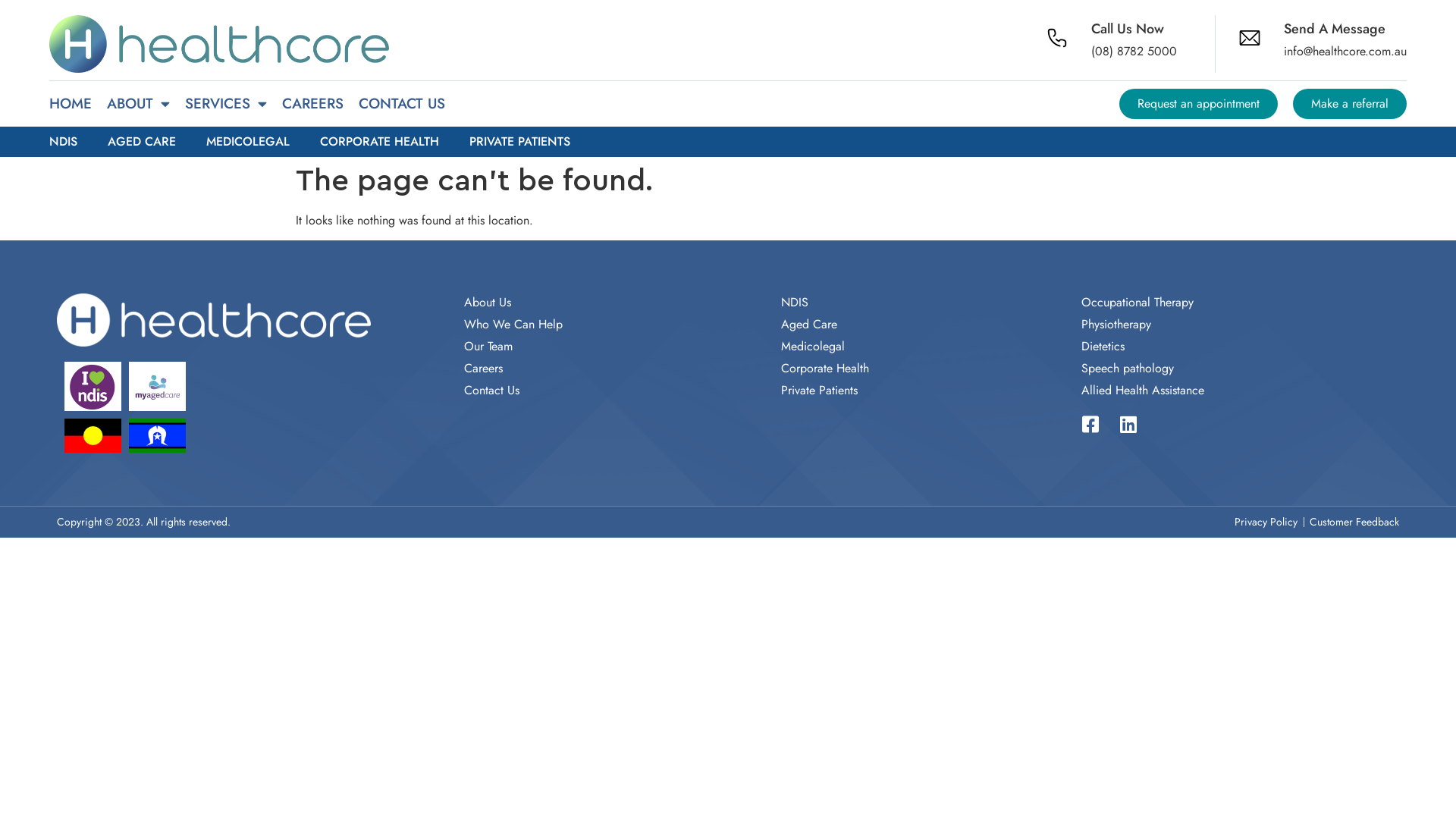 This screenshot has width=1456, height=819. Describe the element at coordinates (482, 369) in the screenshot. I see `'Careers'` at that location.